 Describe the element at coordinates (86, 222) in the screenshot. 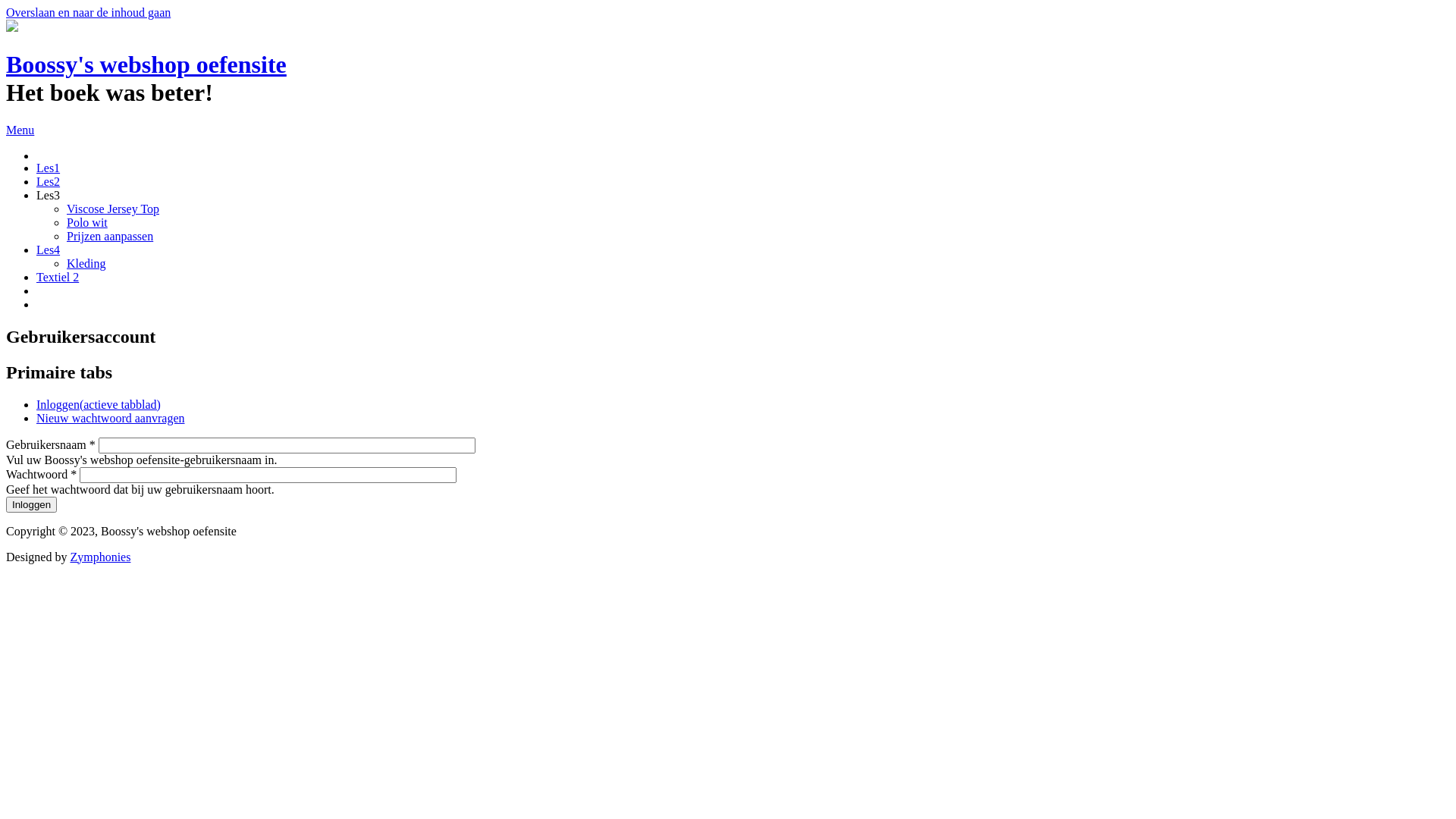

I see `'Polo wit'` at that location.